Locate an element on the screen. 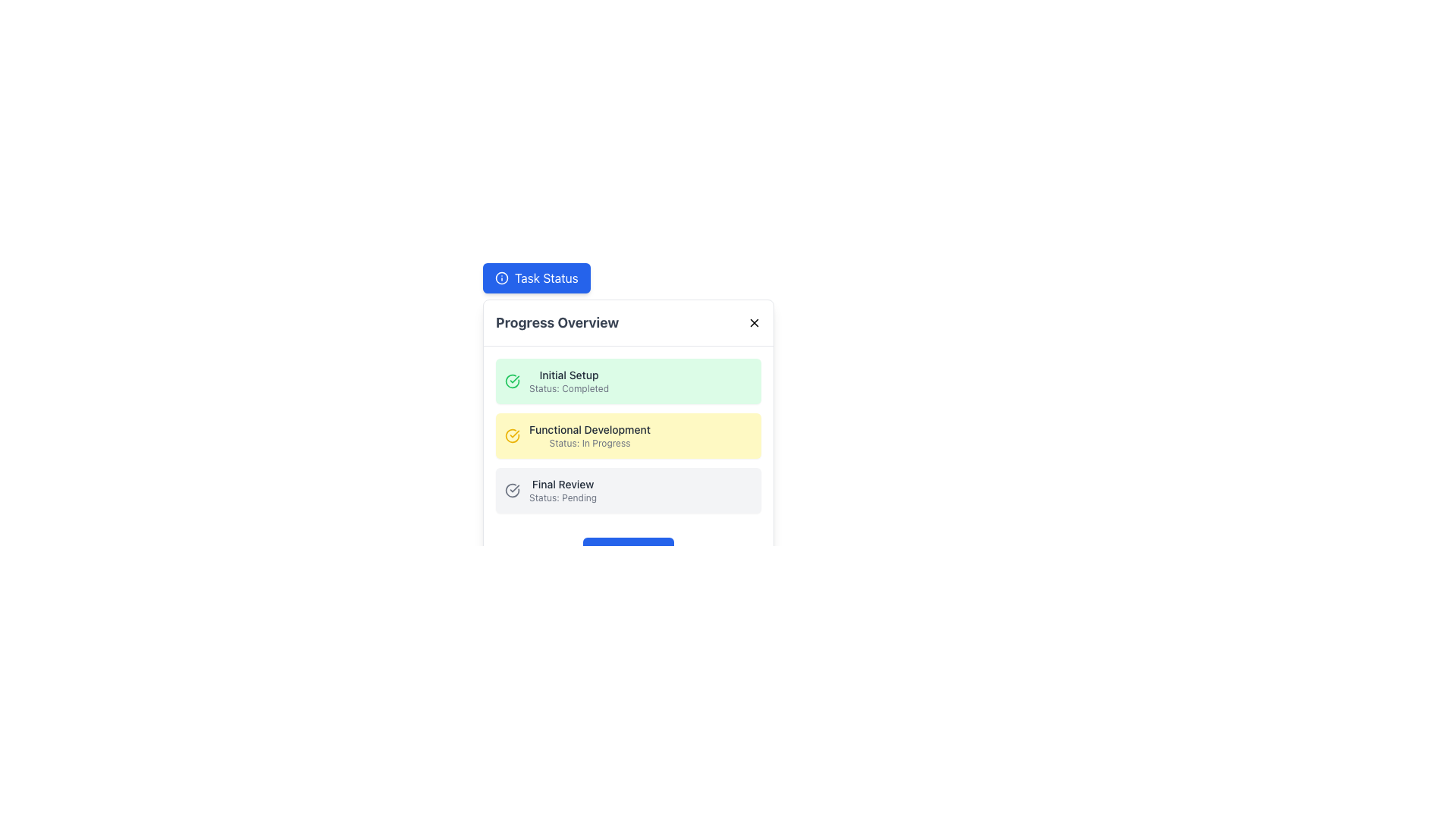 This screenshot has height=819, width=1456. the 'View Details' button, which is a rectangular button with white text on a blue background, located at the bottom center of the 'Progress Overview' dialog box is located at coordinates (629, 551).